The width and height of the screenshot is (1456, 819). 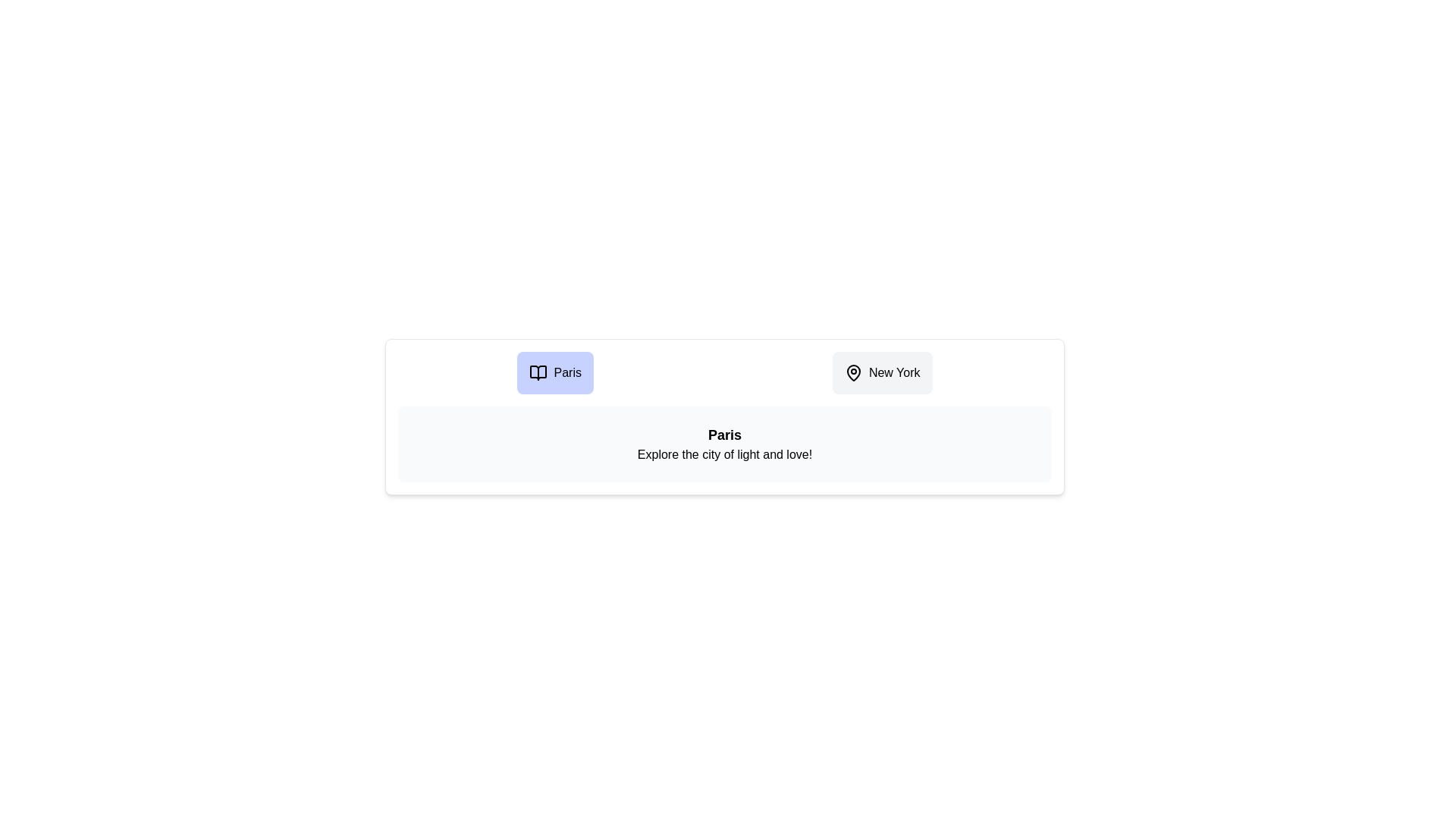 What do you see at coordinates (882, 373) in the screenshot?
I see `the New York tab` at bounding box center [882, 373].